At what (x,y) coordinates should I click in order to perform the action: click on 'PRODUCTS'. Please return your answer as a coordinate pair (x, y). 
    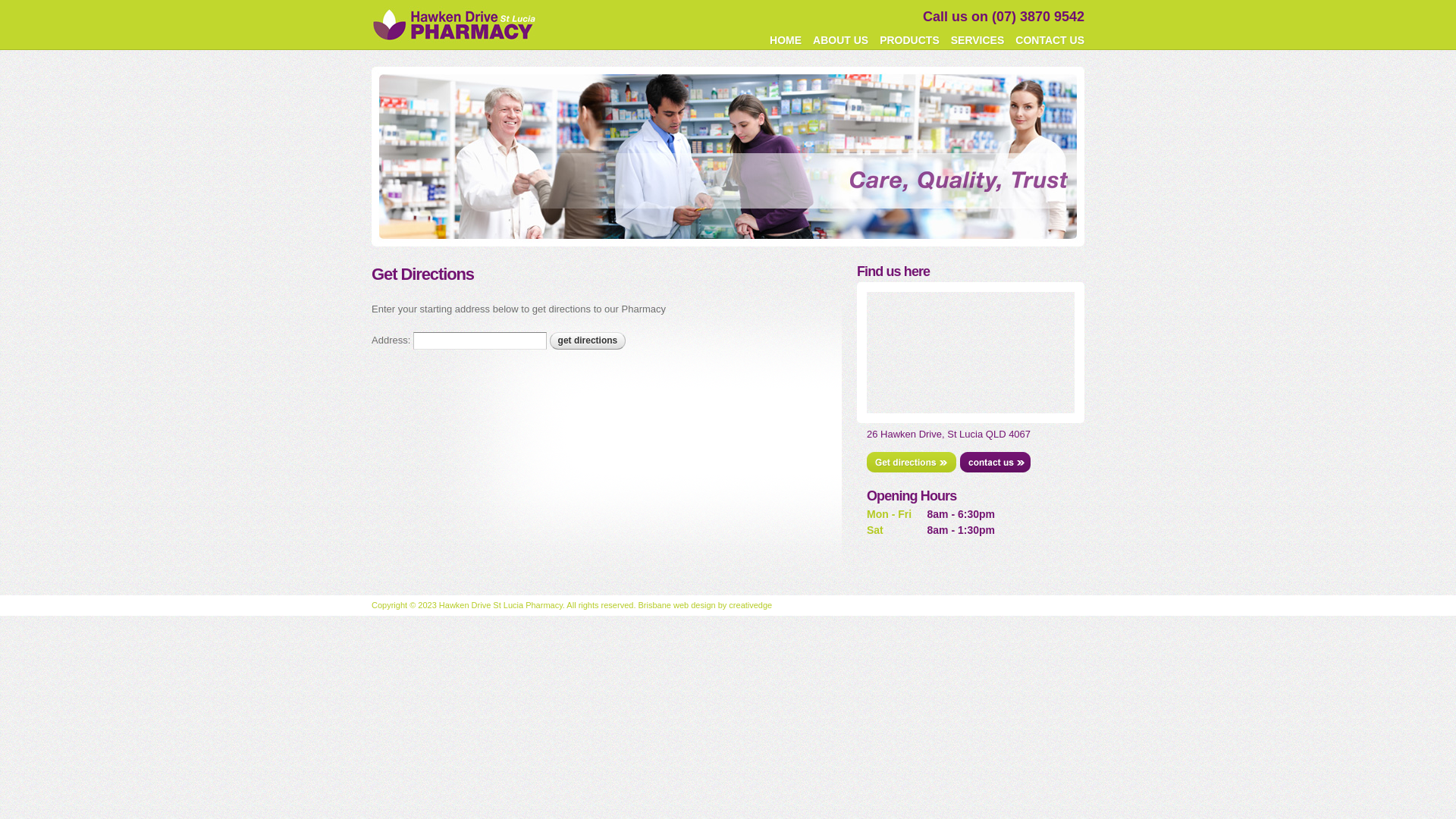
    Looking at the image, I should click on (909, 39).